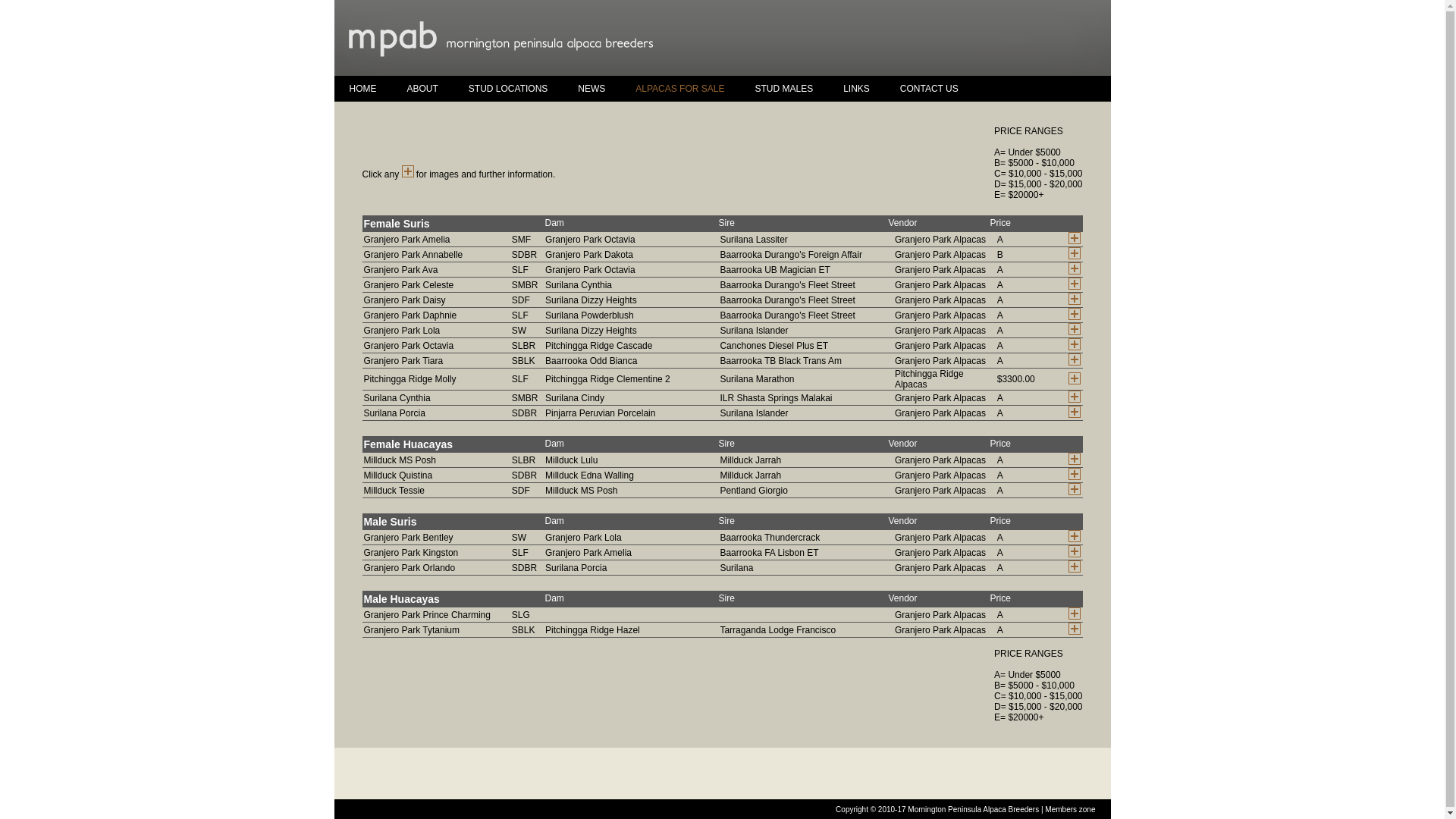 This screenshot has height=819, width=1456. I want to click on 'LINKS', so click(827, 88).